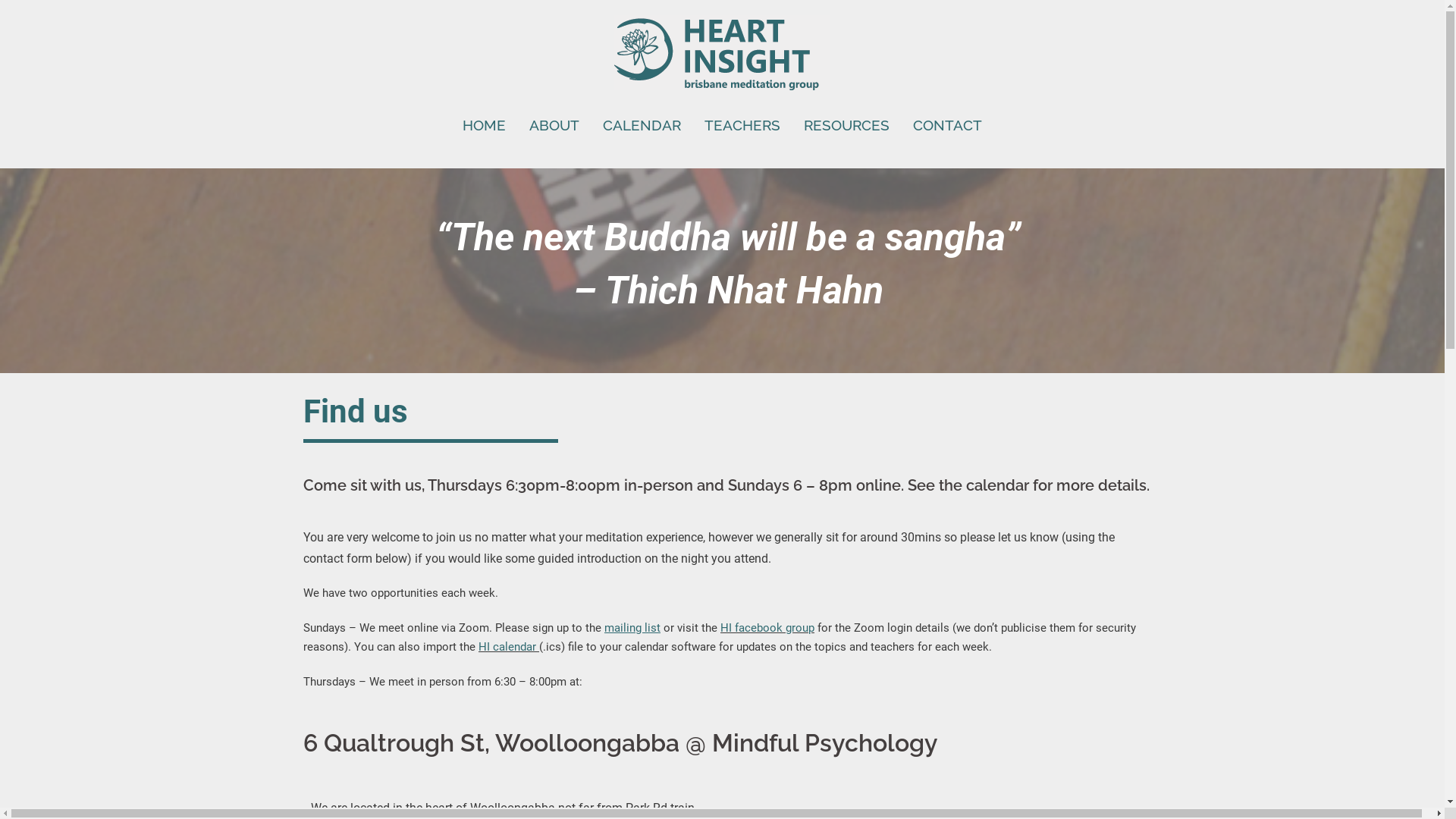 The height and width of the screenshot is (819, 1456). What do you see at coordinates (603, 628) in the screenshot?
I see `'mailing list'` at bounding box center [603, 628].